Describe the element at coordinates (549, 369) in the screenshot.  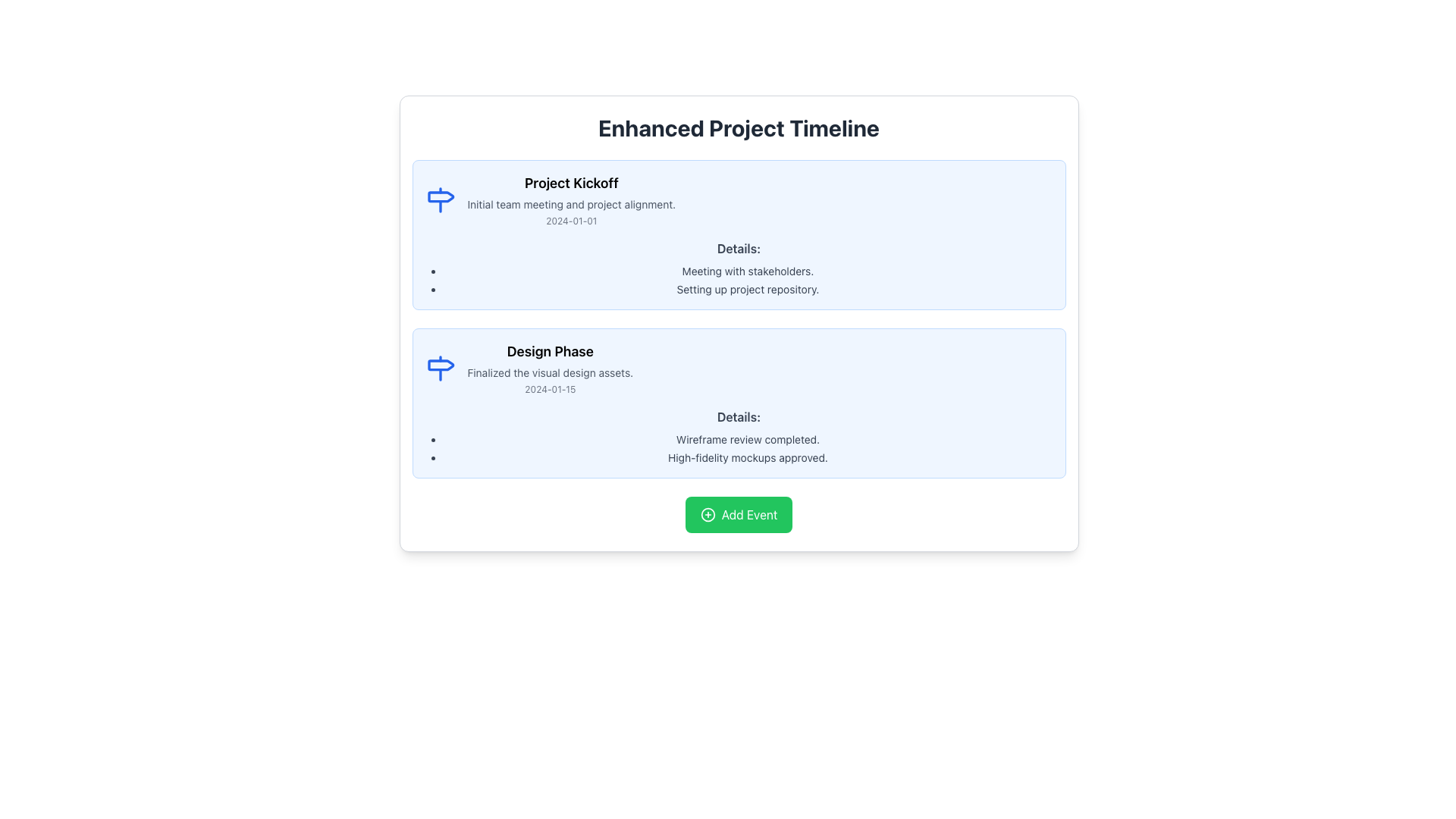
I see `informative text block about the 'Design Phase' of the project, which is the second card in the vertically stacked list of project phases, positioned below the 'Project Kickoff' card` at that location.